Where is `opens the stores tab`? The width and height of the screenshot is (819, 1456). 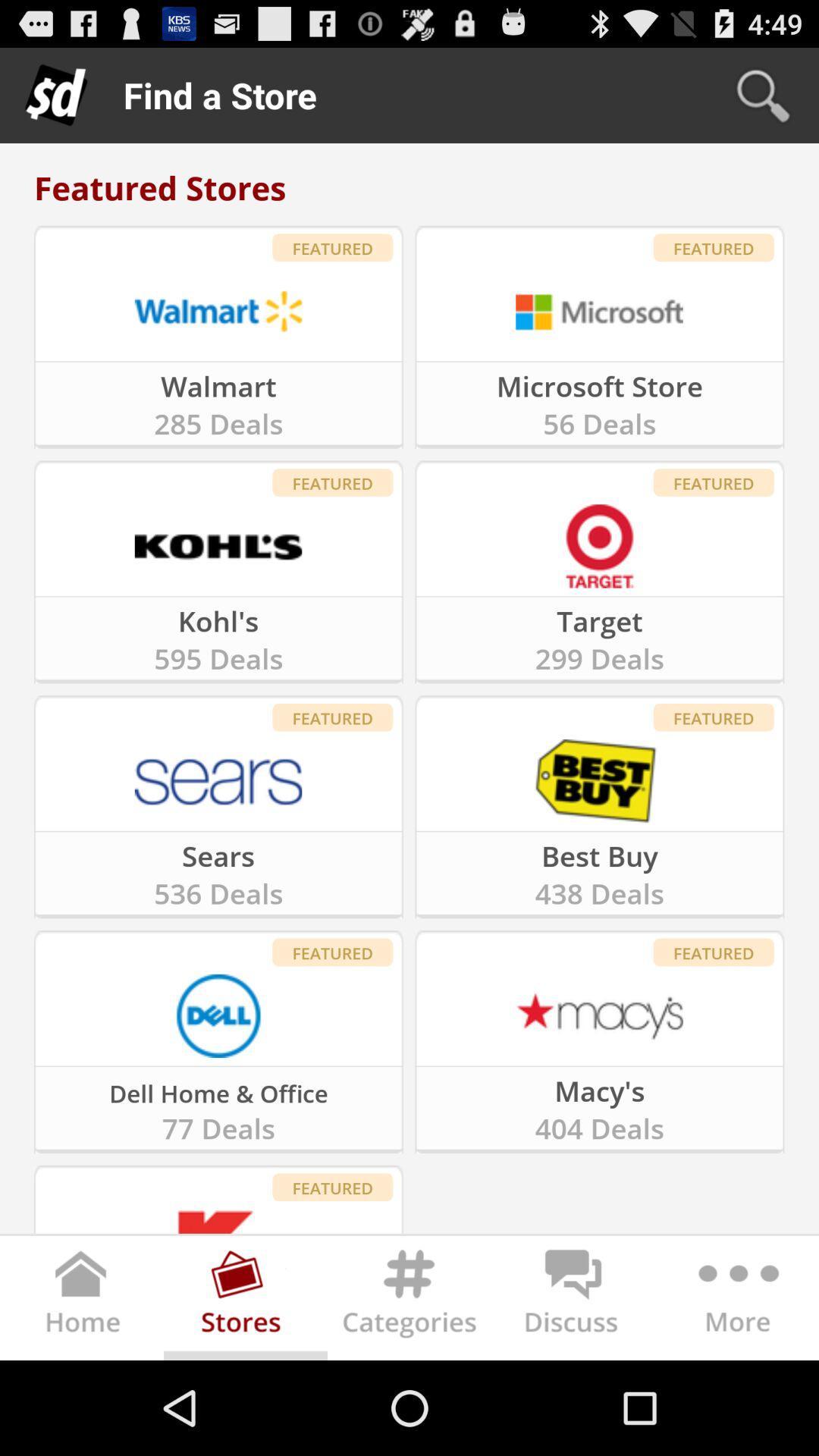
opens the stores tab is located at coordinates (245, 1301).